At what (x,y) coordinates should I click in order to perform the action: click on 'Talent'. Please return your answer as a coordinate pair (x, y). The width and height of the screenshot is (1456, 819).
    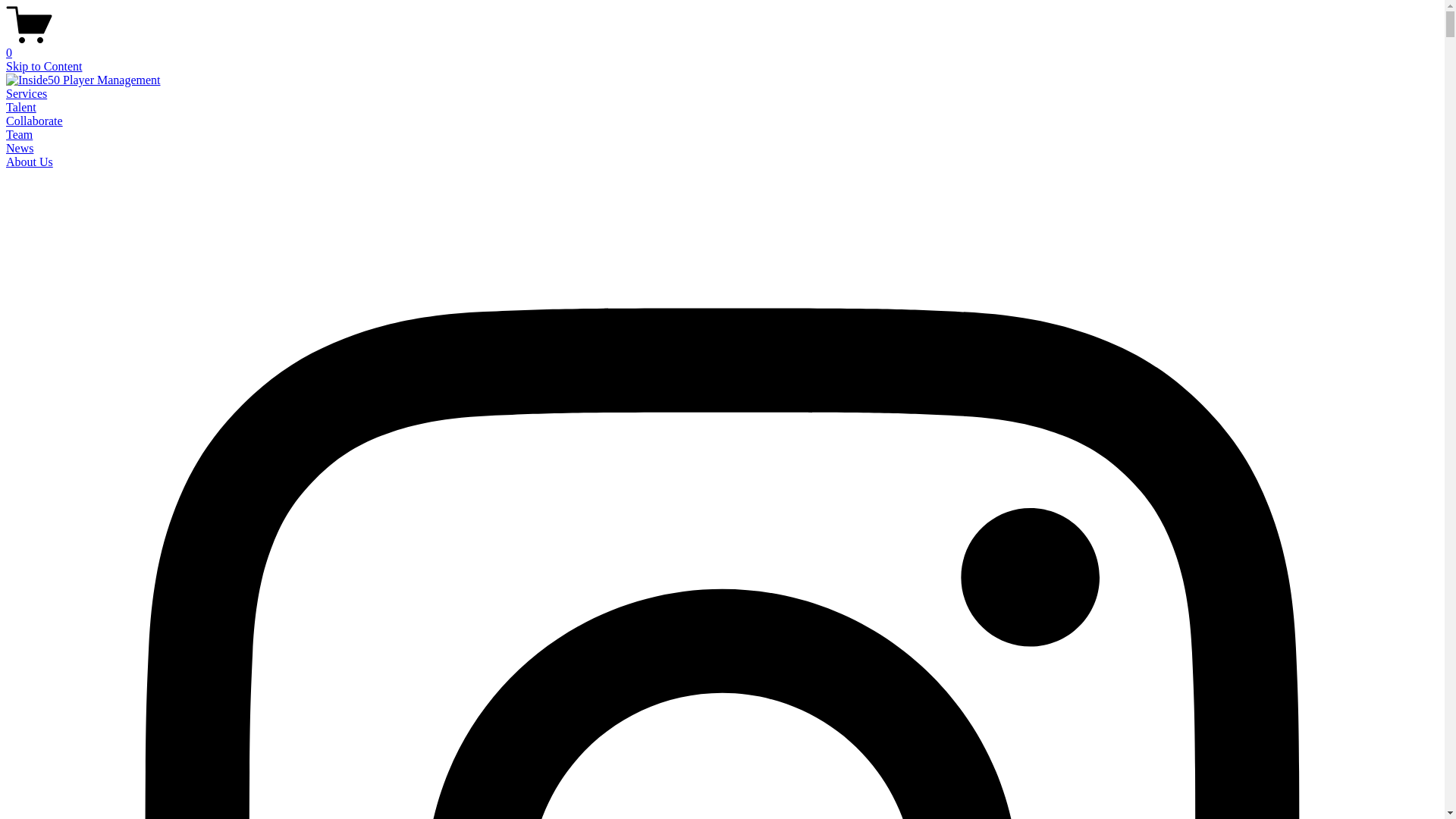
    Looking at the image, I should click on (21, 106).